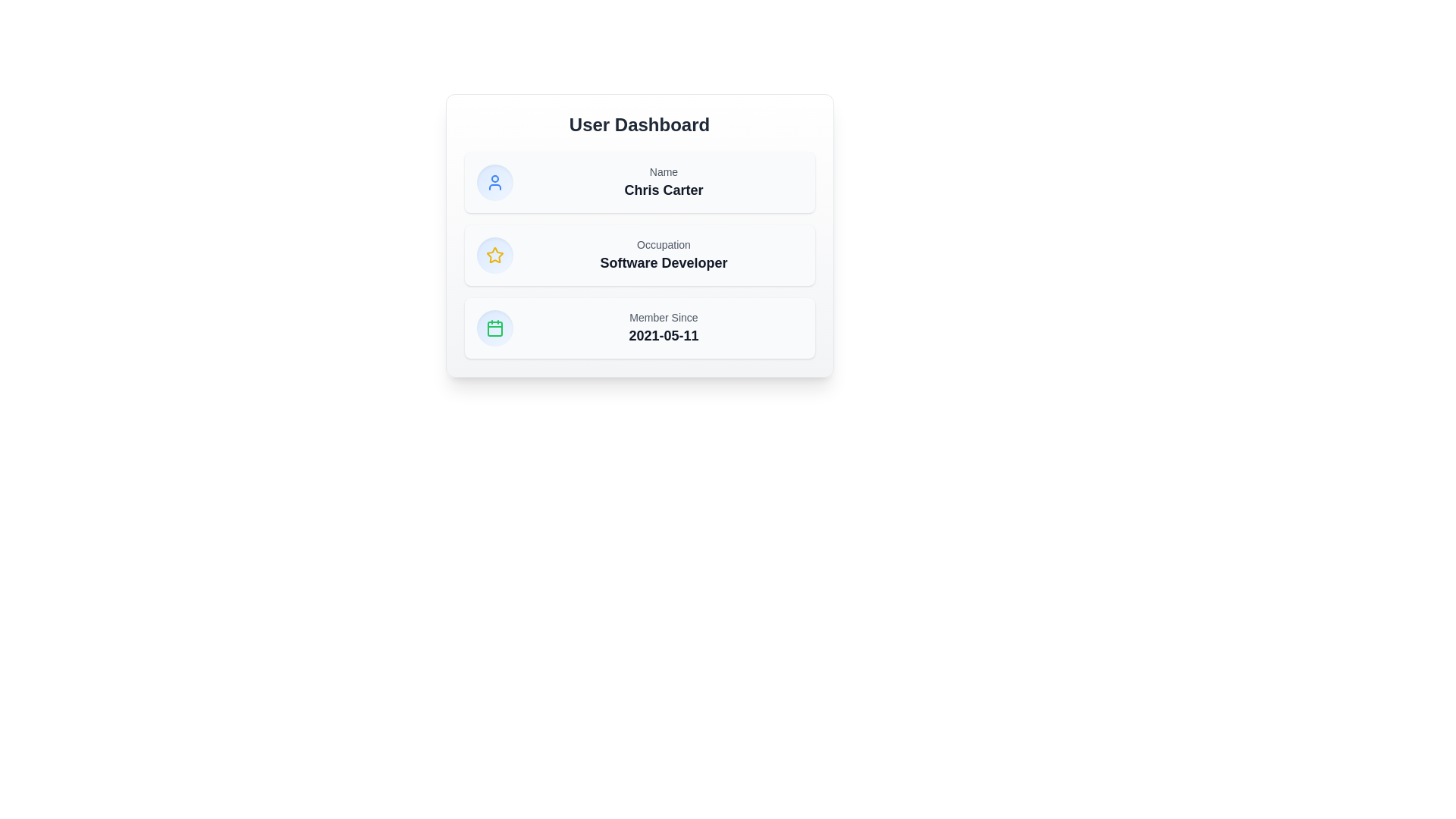 The width and height of the screenshot is (1456, 819). I want to click on displayed name 'Chris Carter' from the text display located in the User Dashboard UI card, which features the smaller grayed text 'Name' above it, so click(664, 181).